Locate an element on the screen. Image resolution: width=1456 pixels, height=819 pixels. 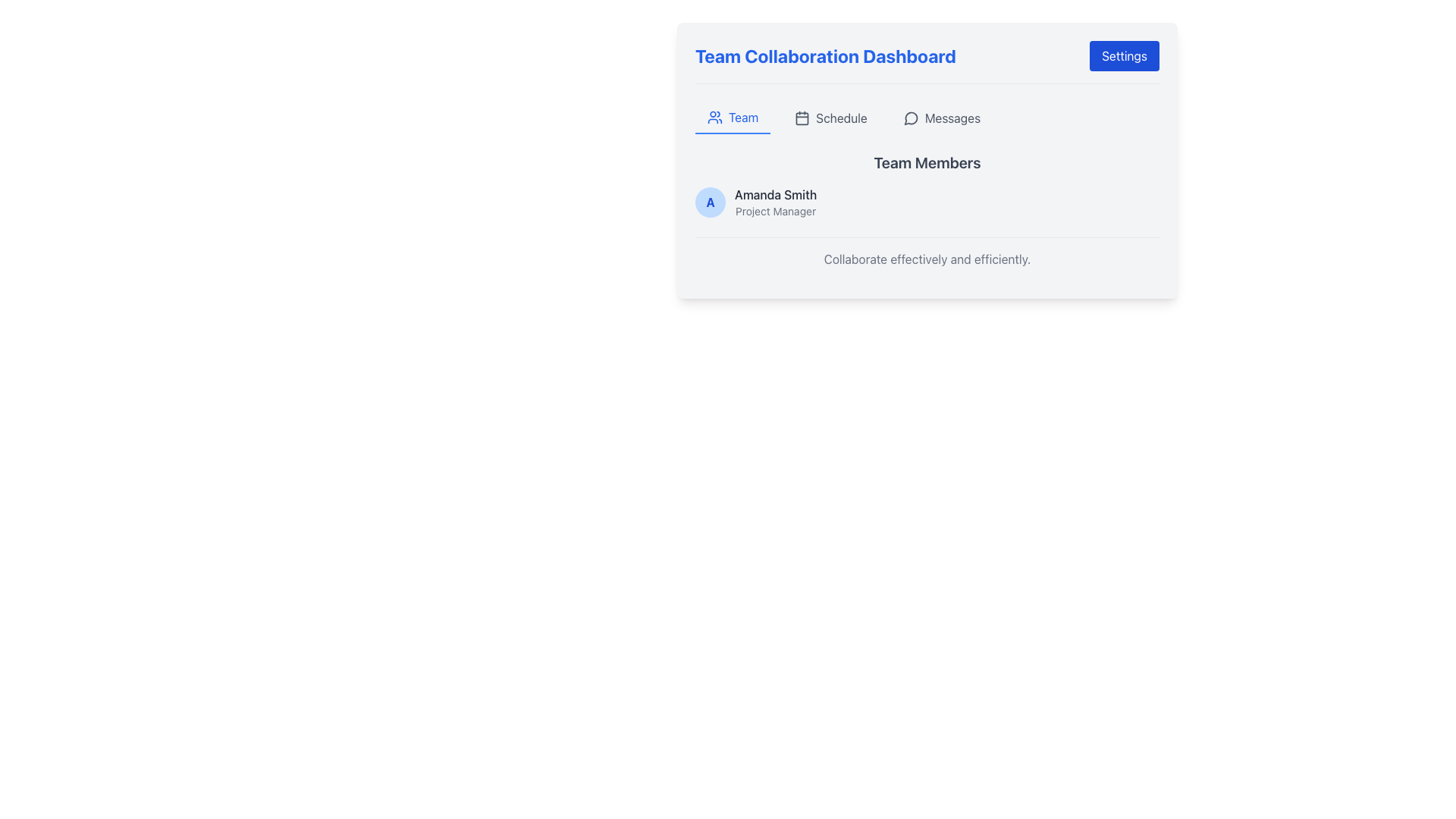
text displayed in the 'Team Members' label, which is prominently styled in a large, bold, dark gray font and located at the top of the team members section is located at coordinates (927, 163).